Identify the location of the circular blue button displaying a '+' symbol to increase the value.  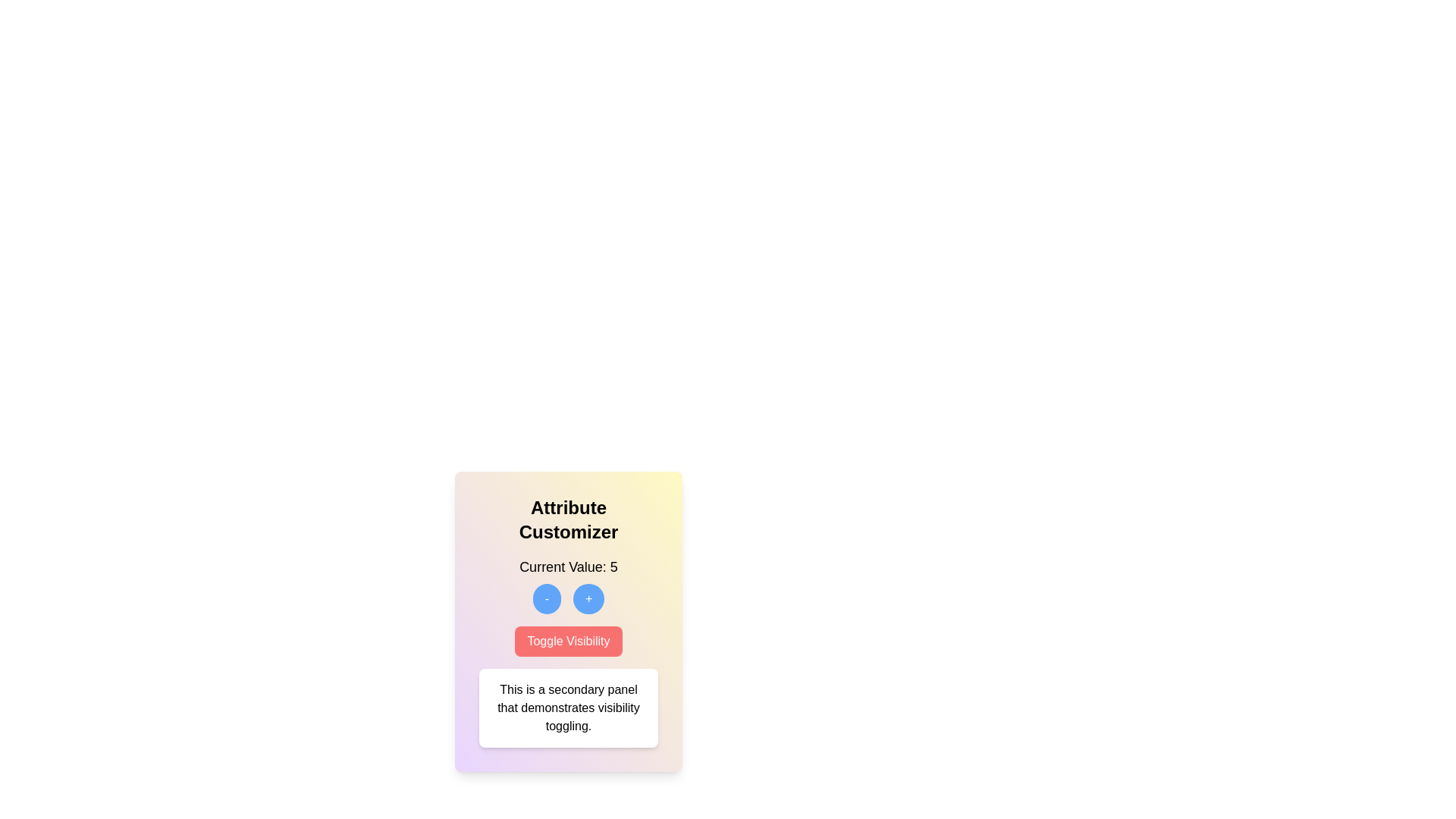
(588, 598).